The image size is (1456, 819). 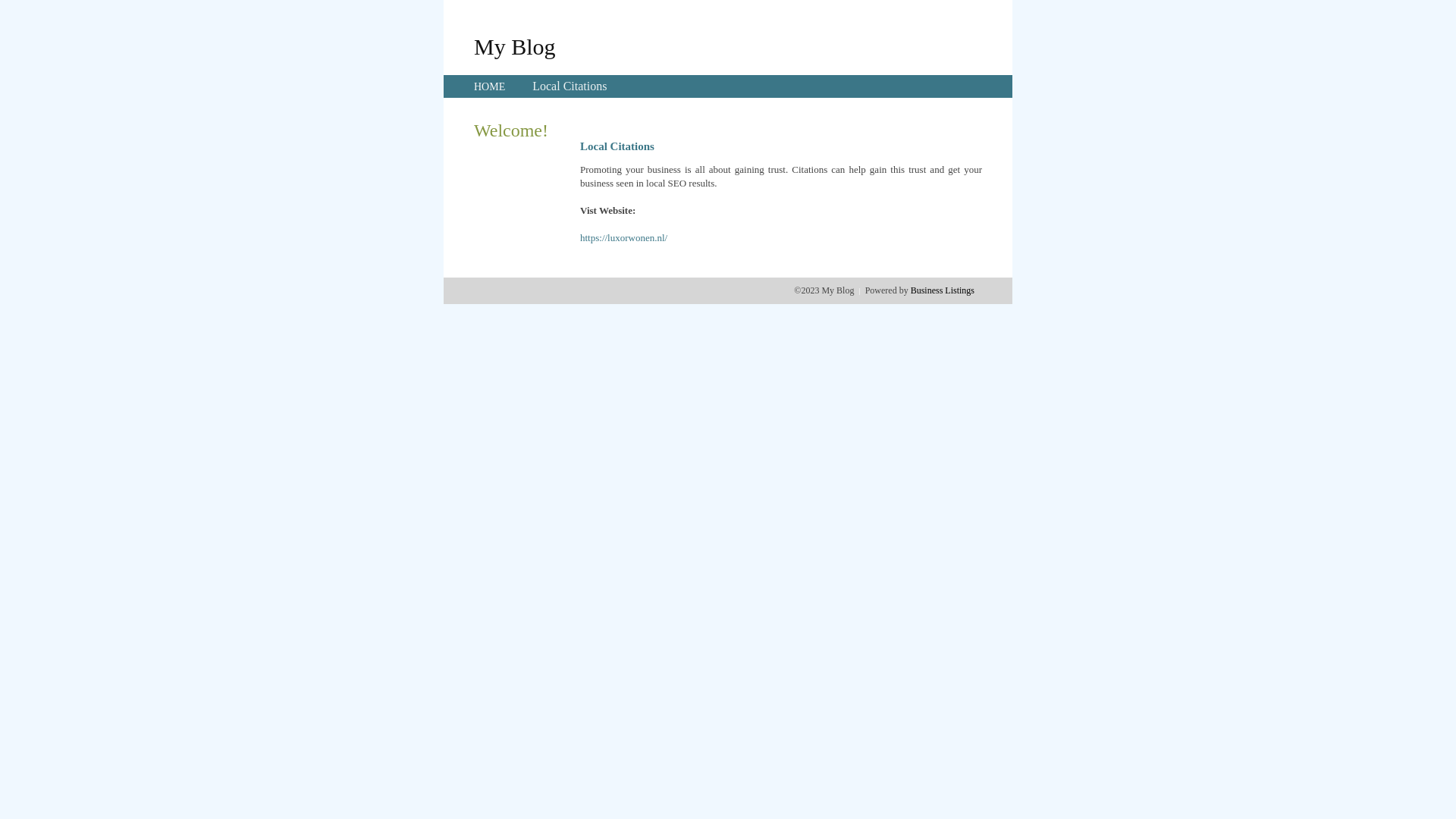 I want to click on 'My Blog', so click(x=514, y=45).